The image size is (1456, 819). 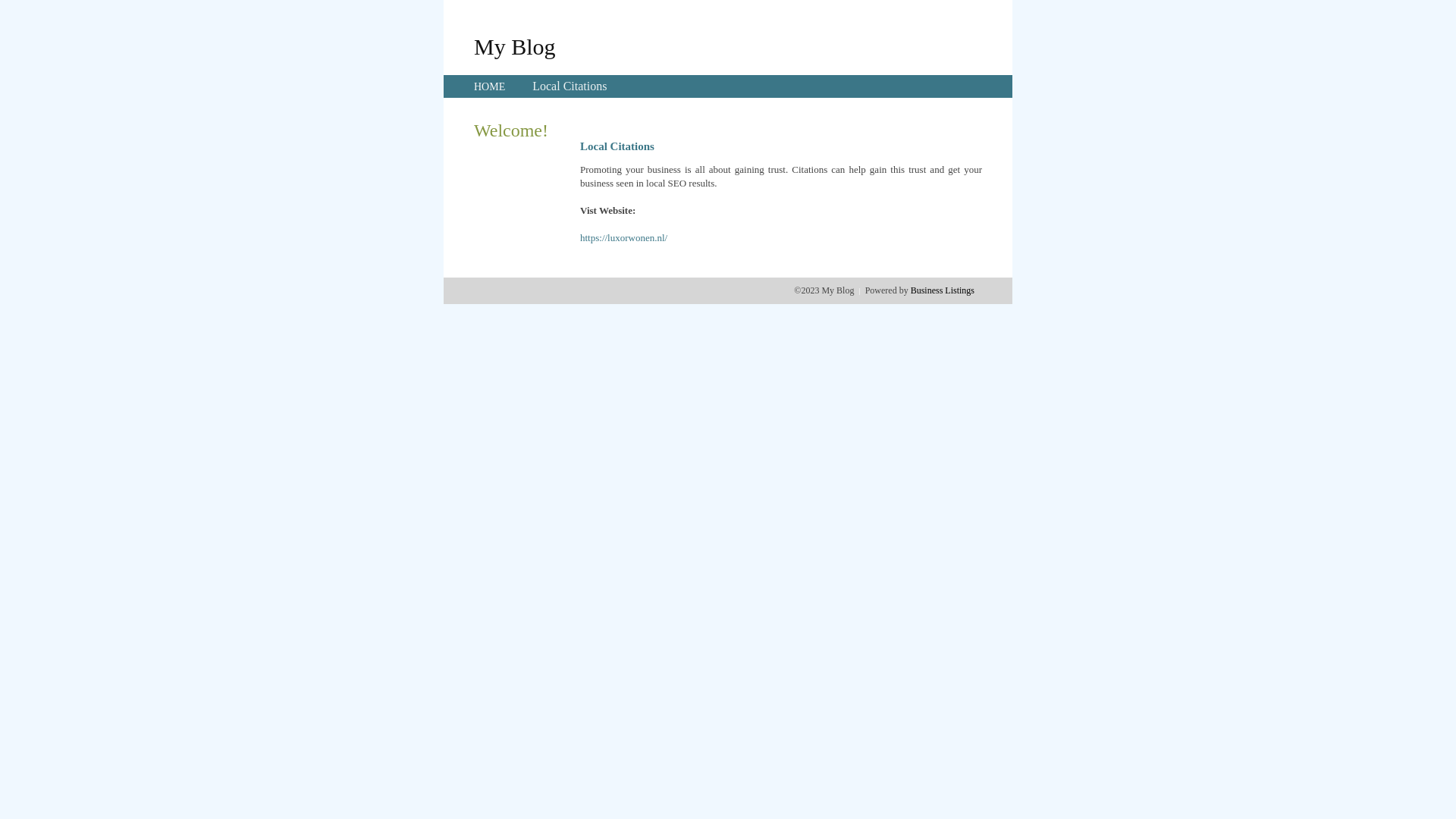 I want to click on 'My Blog', so click(x=514, y=45).